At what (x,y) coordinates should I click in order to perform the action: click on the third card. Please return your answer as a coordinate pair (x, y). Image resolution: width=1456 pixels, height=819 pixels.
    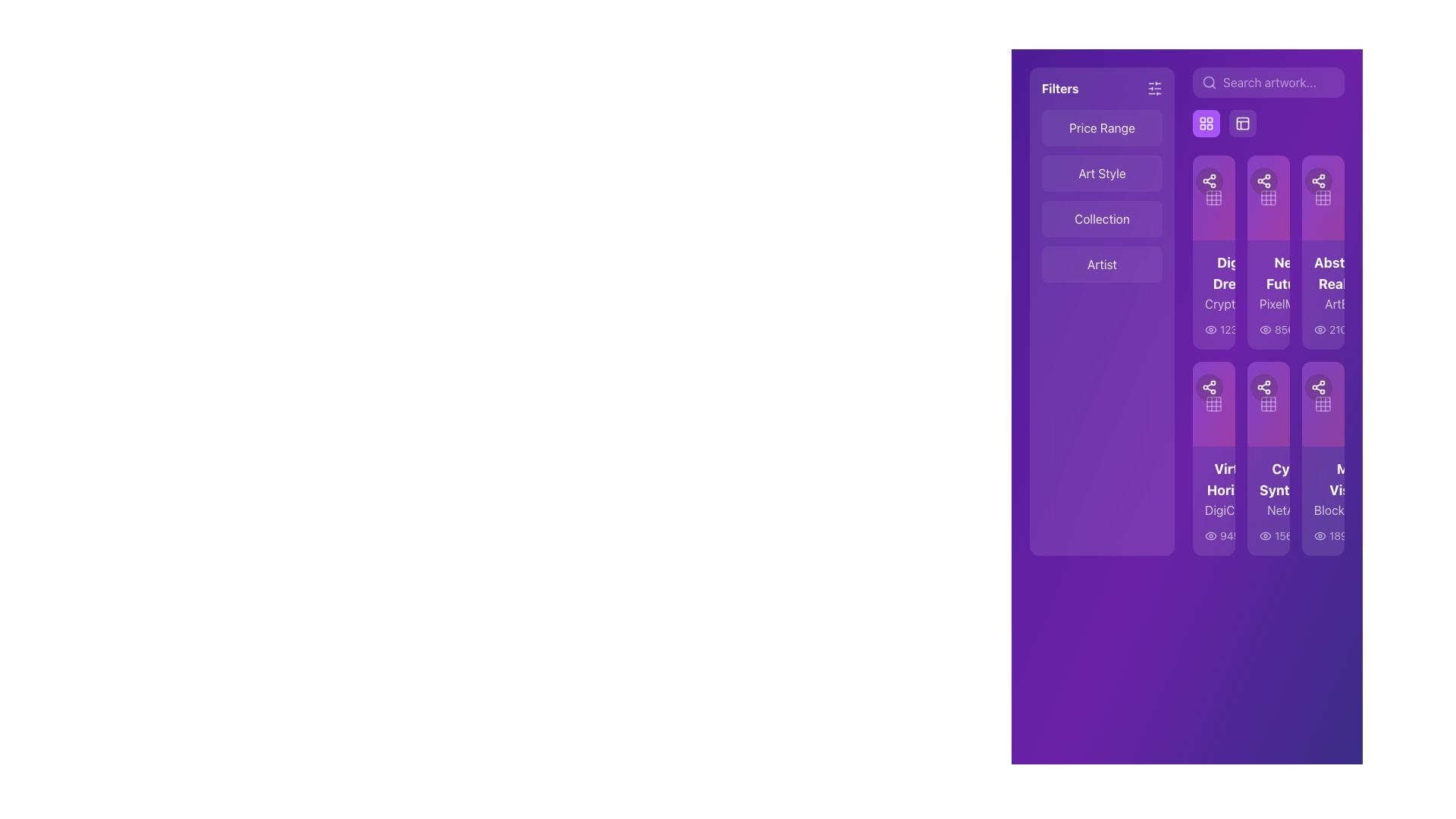
    Looking at the image, I should click on (1323, 295).